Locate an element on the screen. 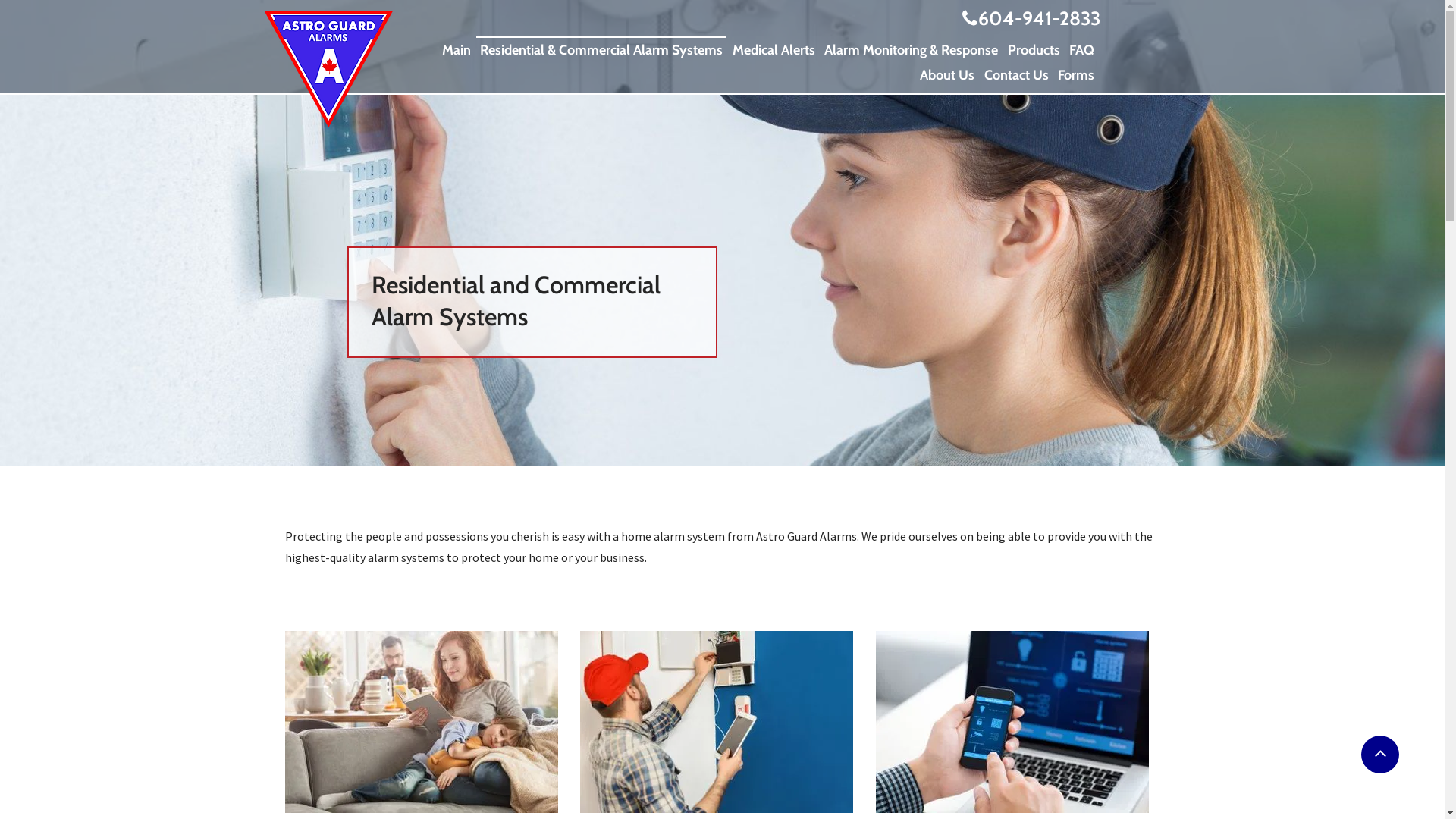 This screenshot has height=819, width=1456. 'Main' is located at coordinates (437, 47).